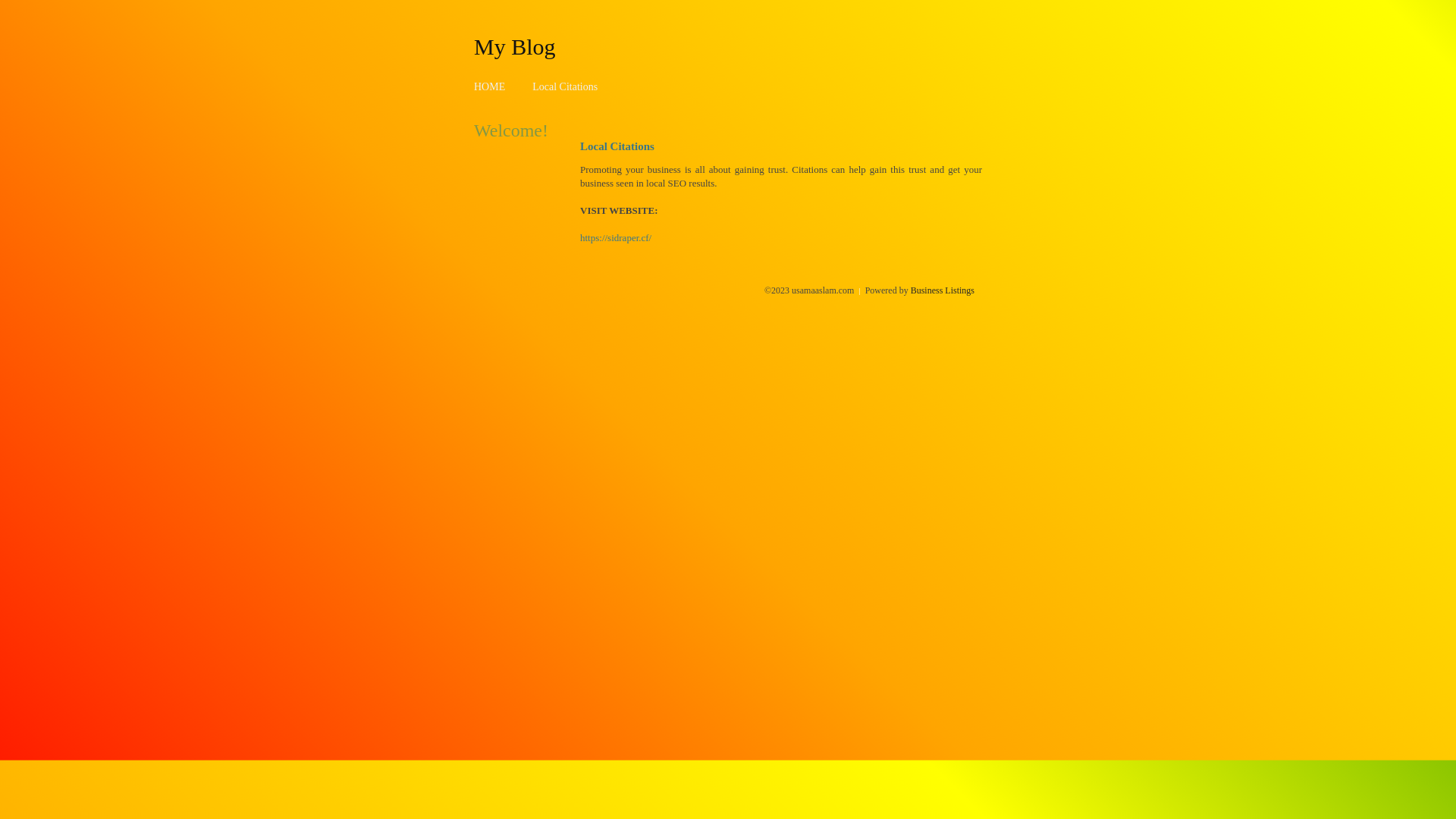 The height and width of the screenshot is (819, 1456). What do you see at coordinates (563, 86) in the screenshot?
I see `'Local Citations'` at bounding box center [563, 86].